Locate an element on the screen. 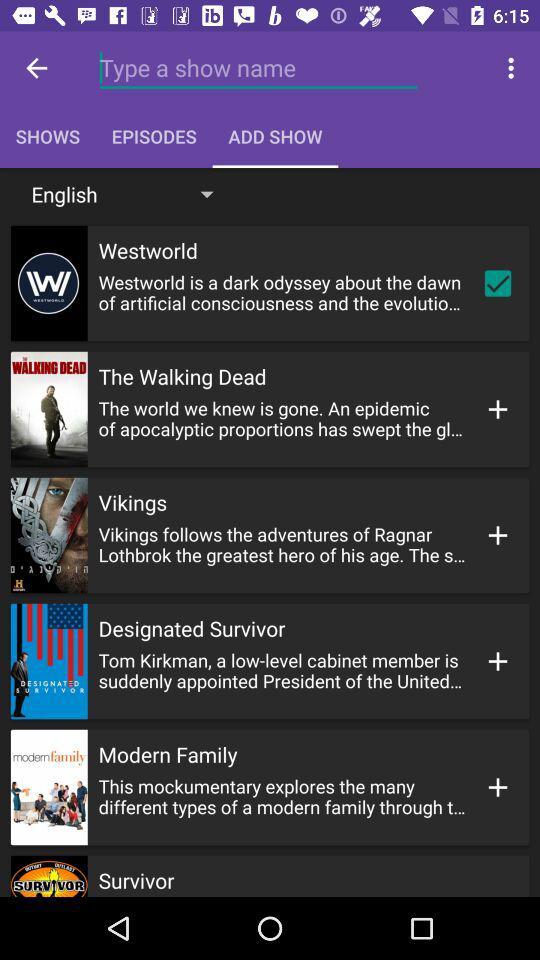 The image size is (540, 960). the field above episodes at the top of the page is located at coordinates (258, 68).